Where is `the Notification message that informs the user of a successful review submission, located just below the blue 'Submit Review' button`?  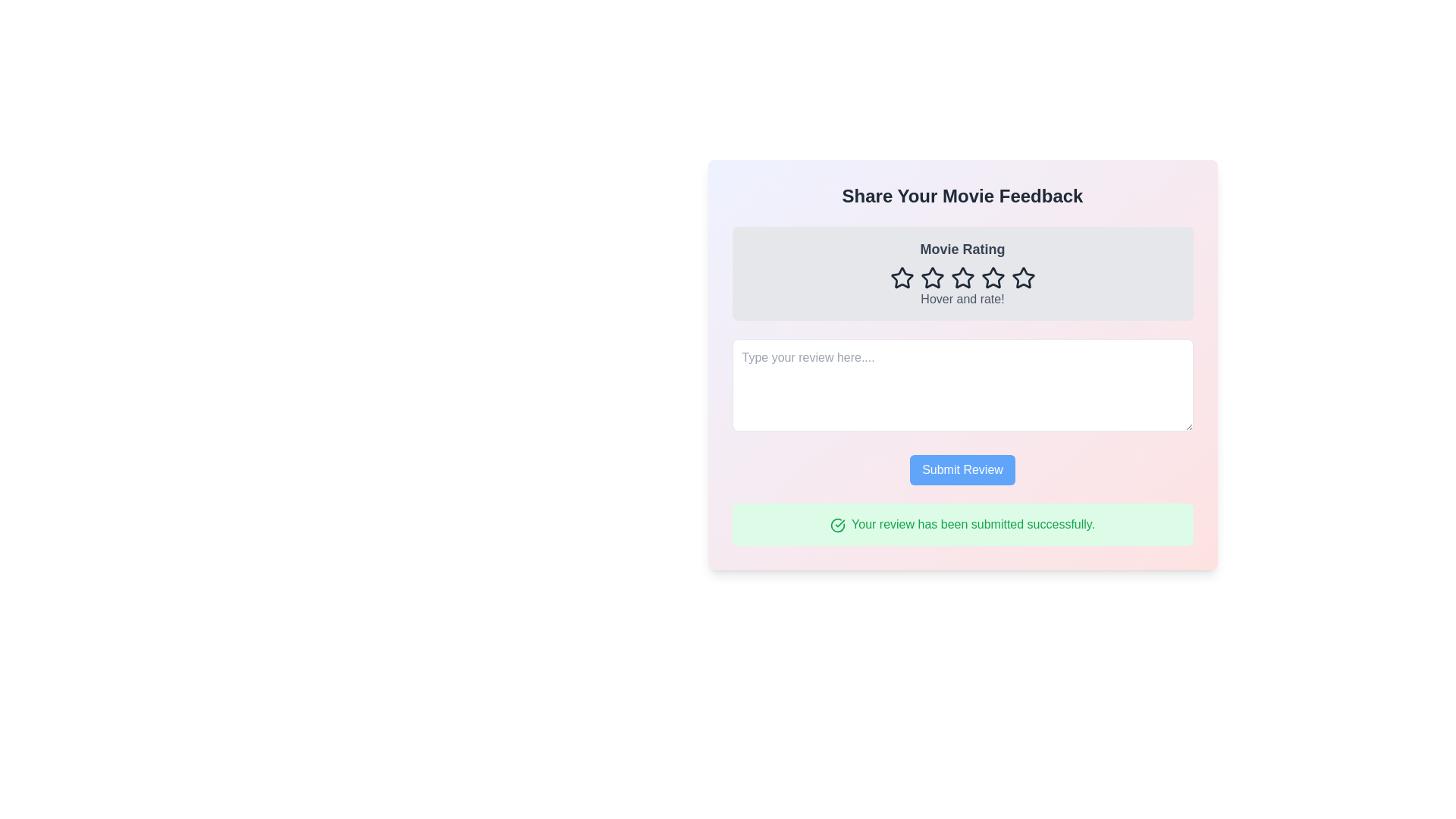 the Notification message that informs the user of a successful review submission, located just below the blue 'Submit Review' button is located at coordinates (962, 523).